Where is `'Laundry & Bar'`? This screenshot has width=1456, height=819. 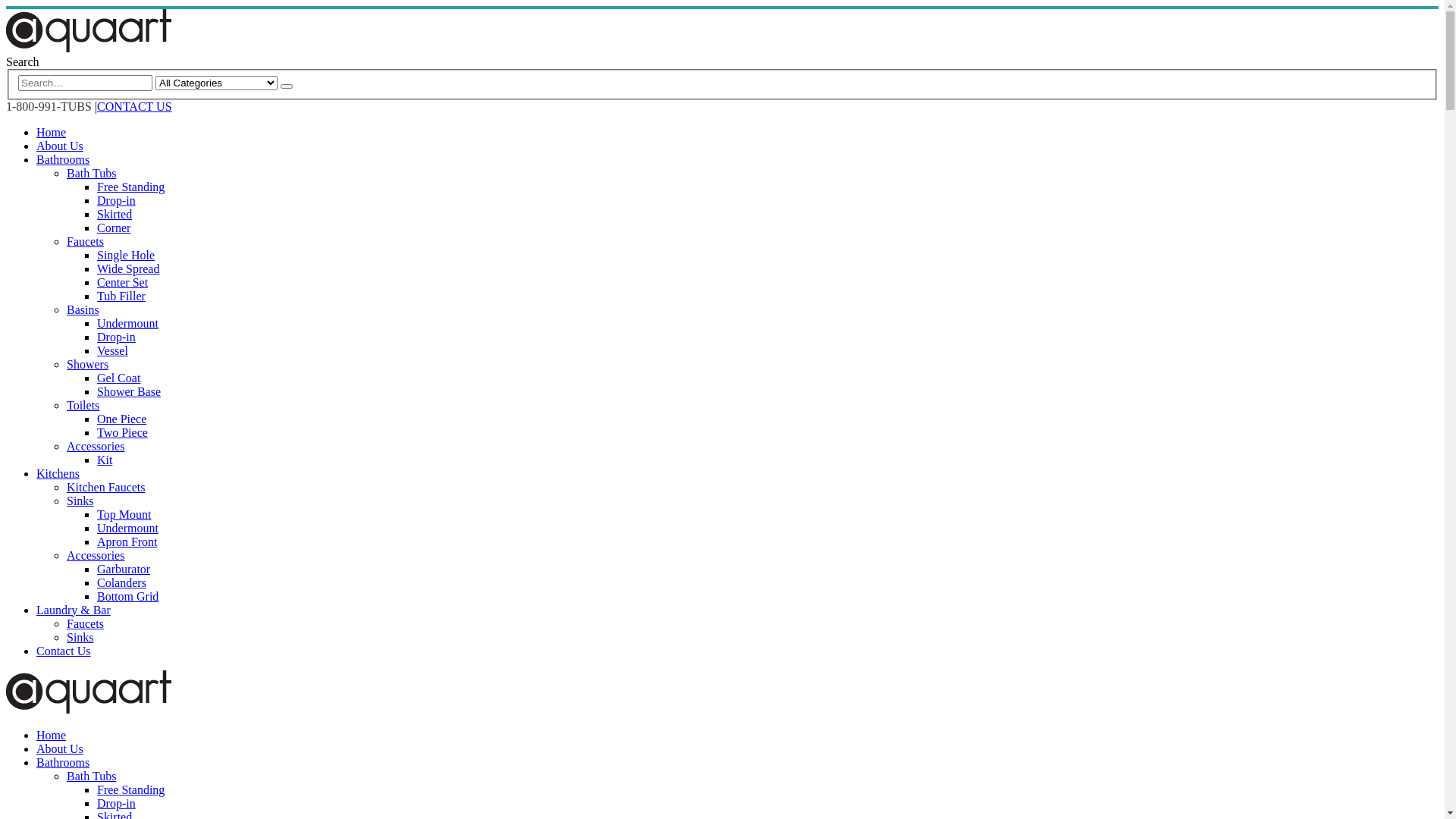
'Laundry & Bar' is located at coordinates (72, 609).